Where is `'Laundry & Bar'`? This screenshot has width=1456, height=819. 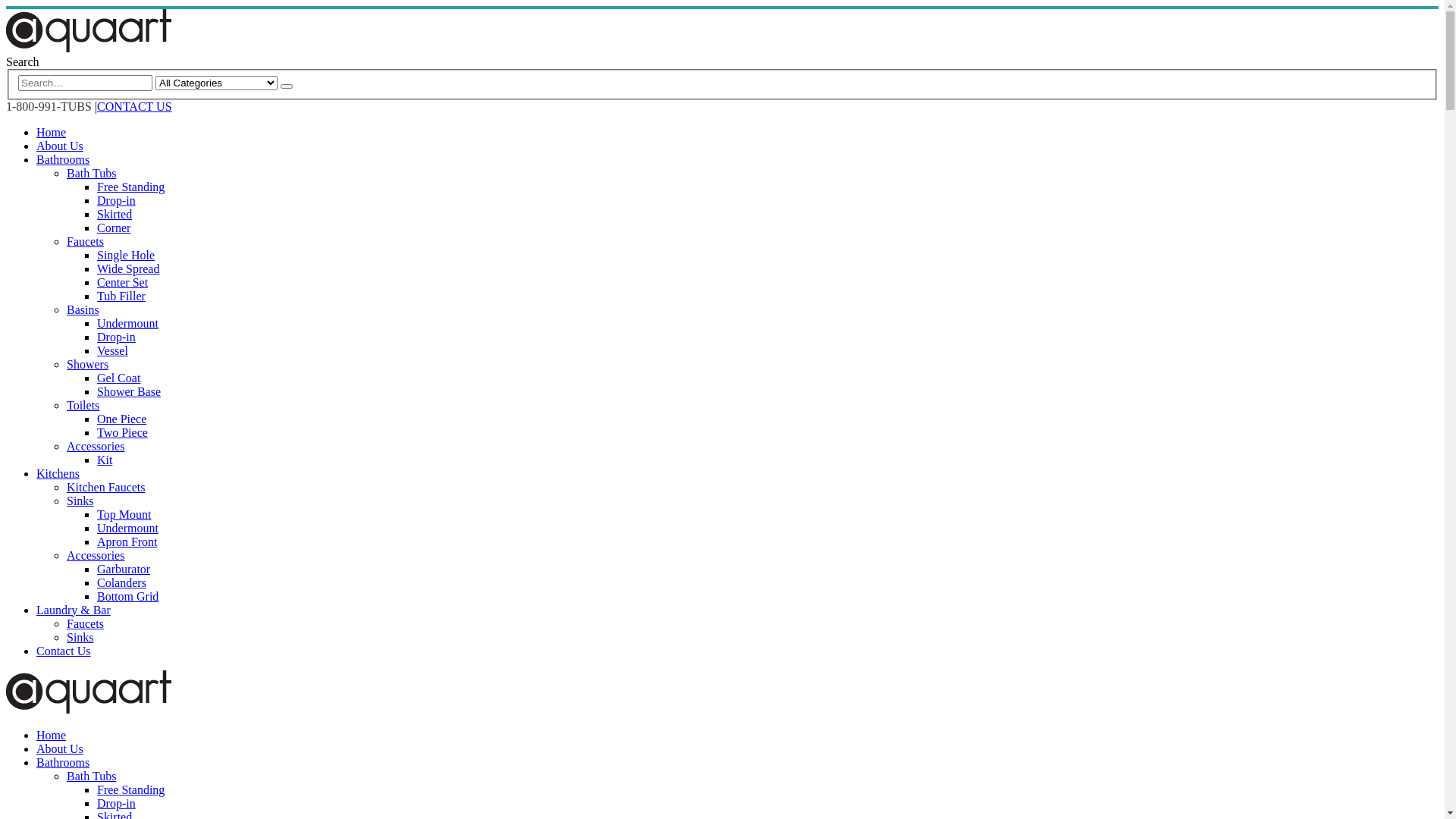
'Laundry & Bar' is located at coordinates (72, 609).